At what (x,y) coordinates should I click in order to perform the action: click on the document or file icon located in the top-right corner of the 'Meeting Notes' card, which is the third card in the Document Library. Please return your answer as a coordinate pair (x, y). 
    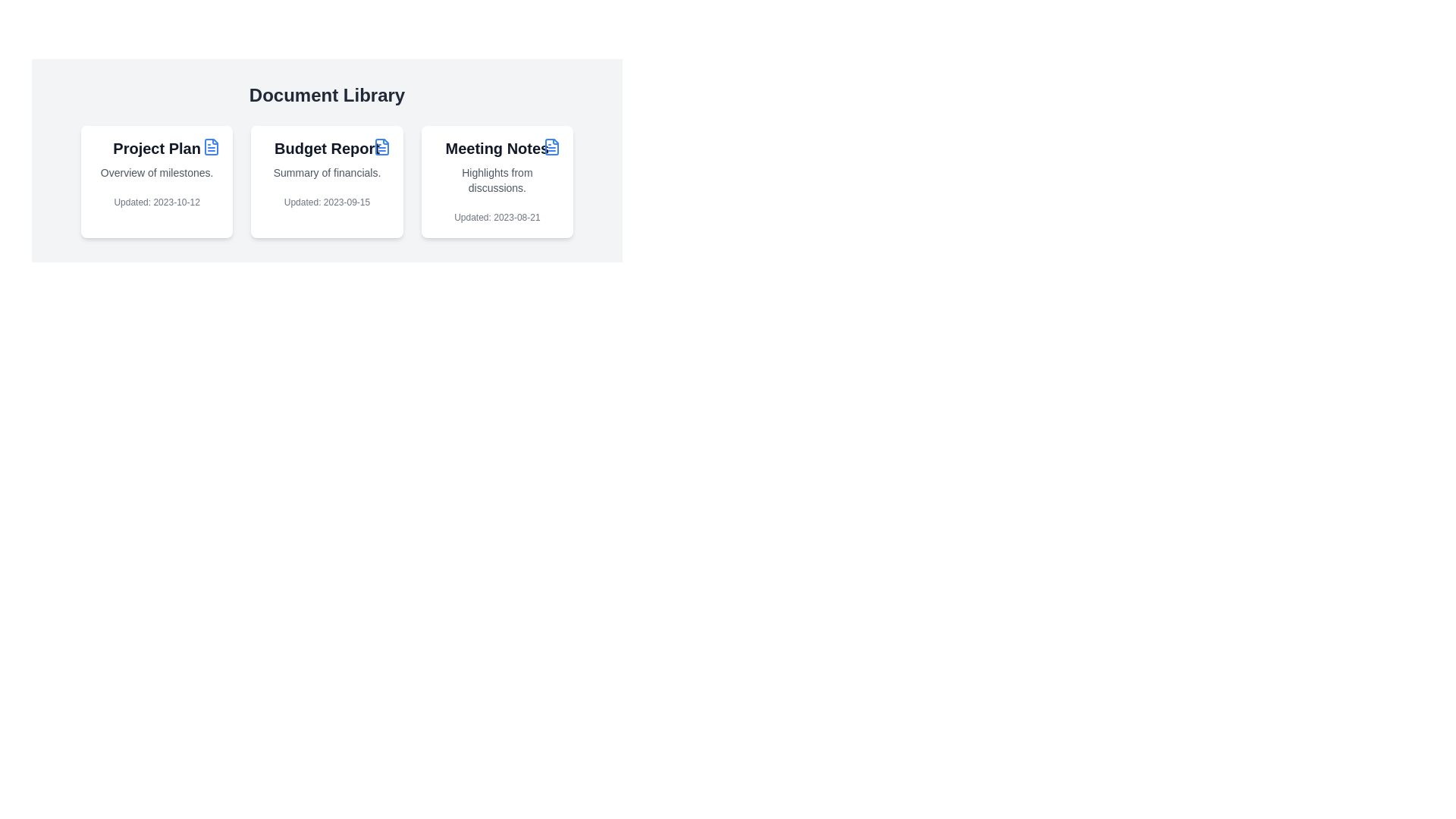
    Looking at the image, I should click on (551, 146).